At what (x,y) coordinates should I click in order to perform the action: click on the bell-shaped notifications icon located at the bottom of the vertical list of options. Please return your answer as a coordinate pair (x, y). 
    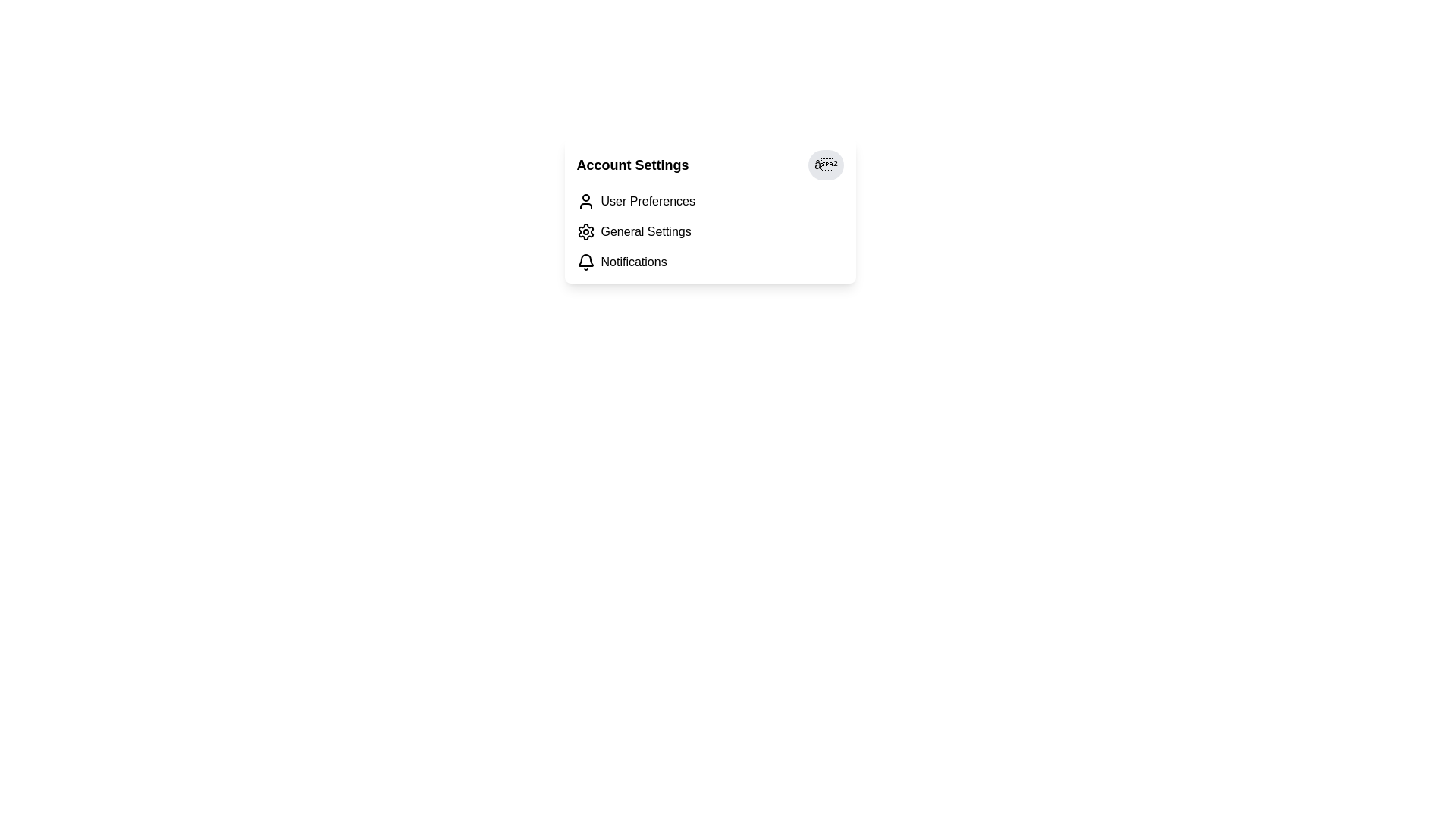
    Looking at the image, I should click on (585, 259).